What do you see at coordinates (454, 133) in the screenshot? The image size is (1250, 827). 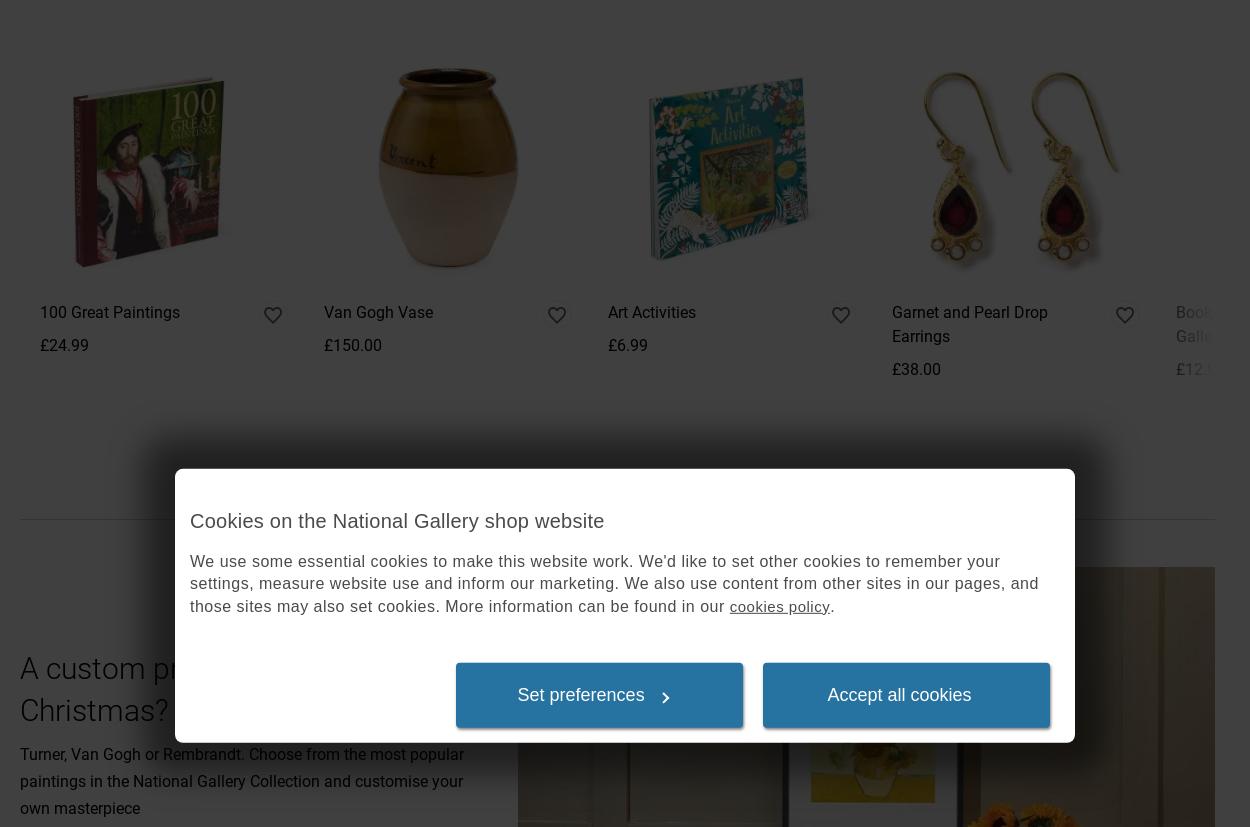 I see `'About us'` at bounding box center [454, 133].